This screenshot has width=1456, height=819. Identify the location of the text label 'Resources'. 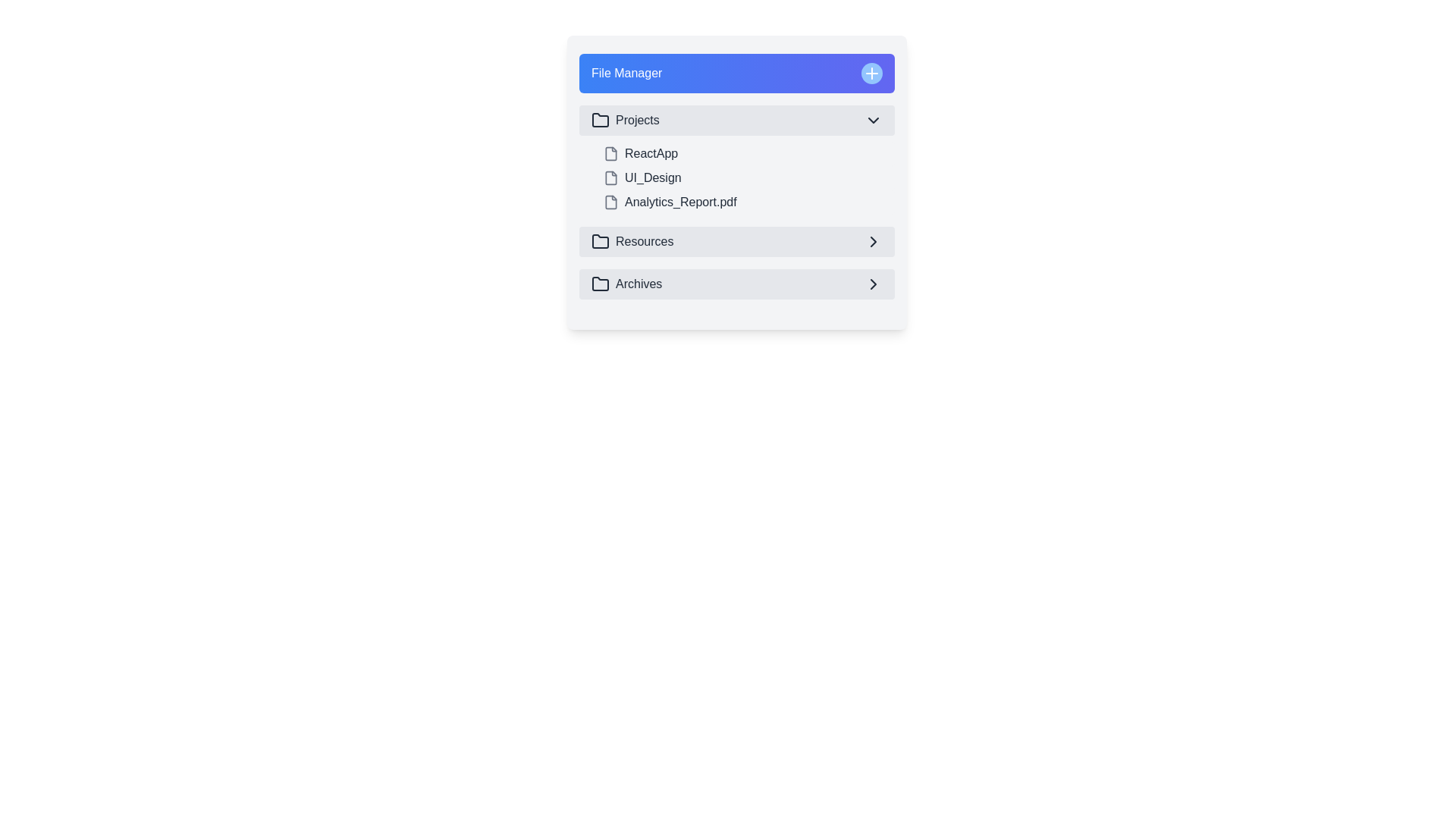
(645, 241).